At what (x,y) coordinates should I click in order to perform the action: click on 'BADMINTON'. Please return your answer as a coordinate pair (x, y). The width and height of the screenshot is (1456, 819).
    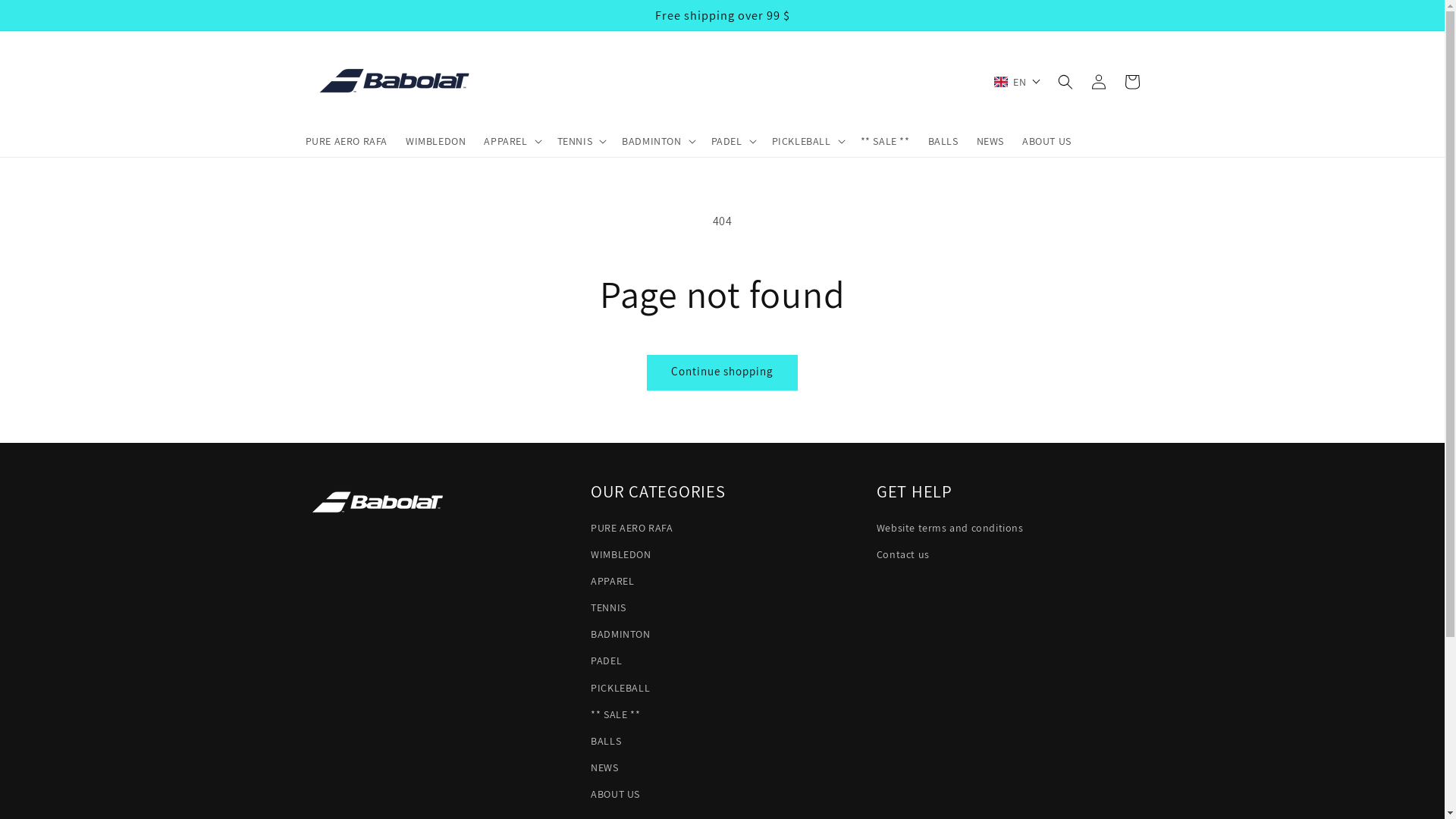
    Looking at the image, I should click on (620, 634).